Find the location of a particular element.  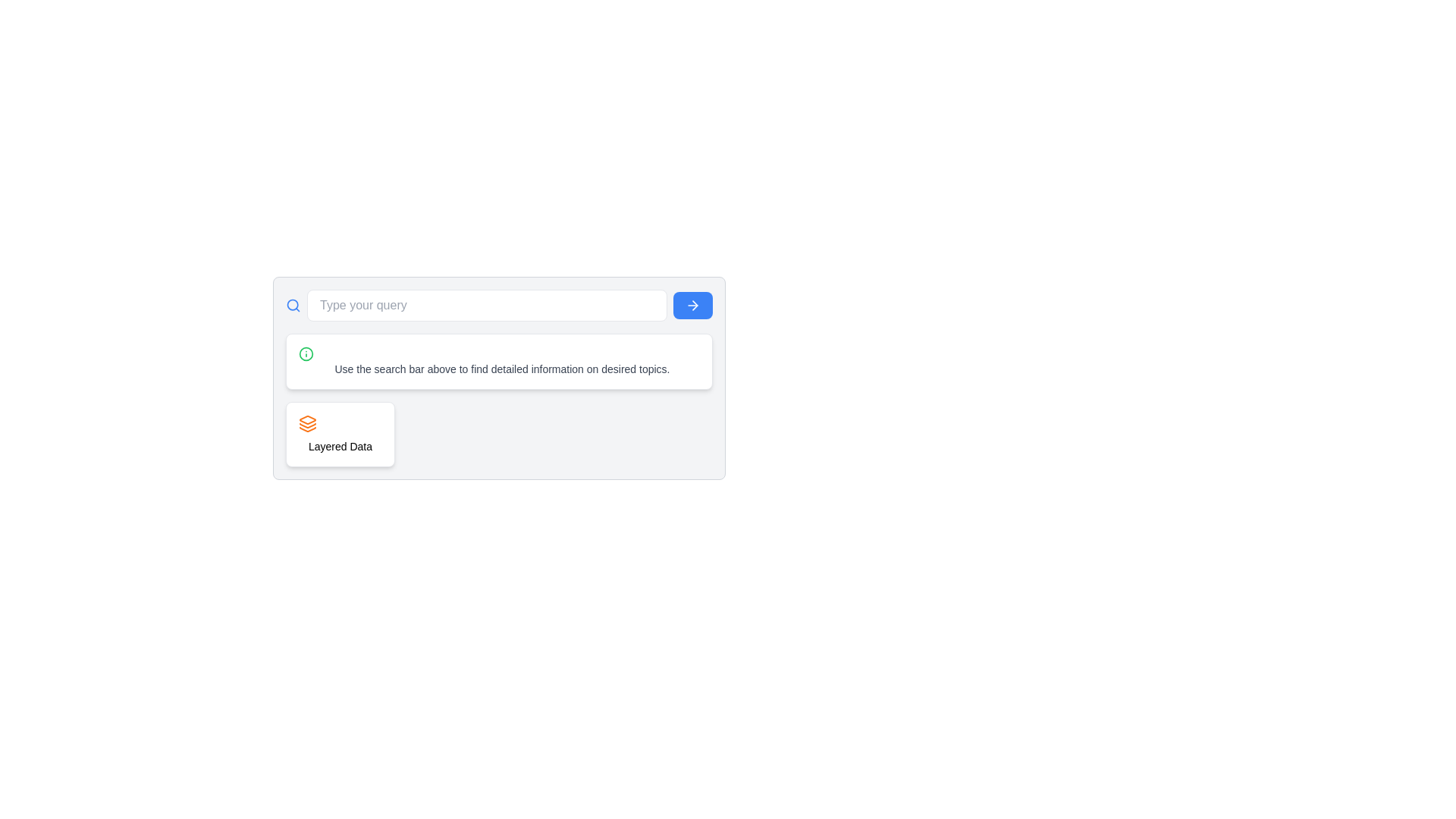

the Decorative graphic element of the SVG icon, which is the top layer of a stack representing data layers, located near the center-right part of the interface beneath the search bar is located at coordinates (307, 420).